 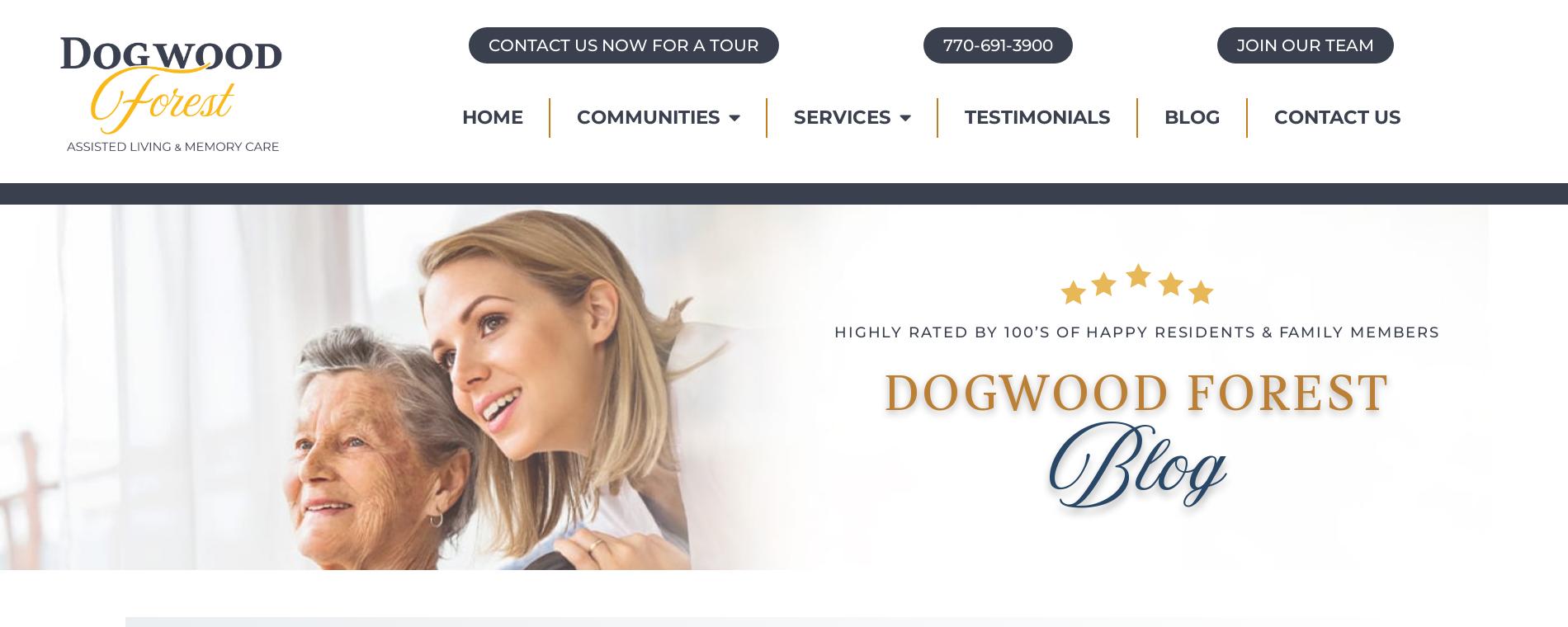 I want to click on 'HIGHLY RATED BY 100’S OF HAPPY RESIDENTS & FAMILY MEMBERS', so click(x=834, y=332).